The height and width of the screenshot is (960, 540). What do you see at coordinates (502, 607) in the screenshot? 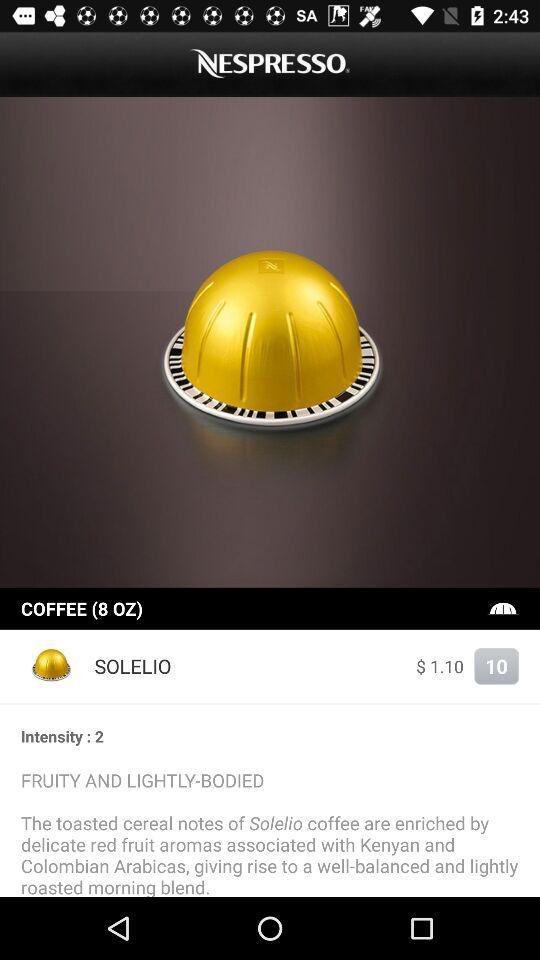
I see `the icon on the right` at bounding box center [502, 607].